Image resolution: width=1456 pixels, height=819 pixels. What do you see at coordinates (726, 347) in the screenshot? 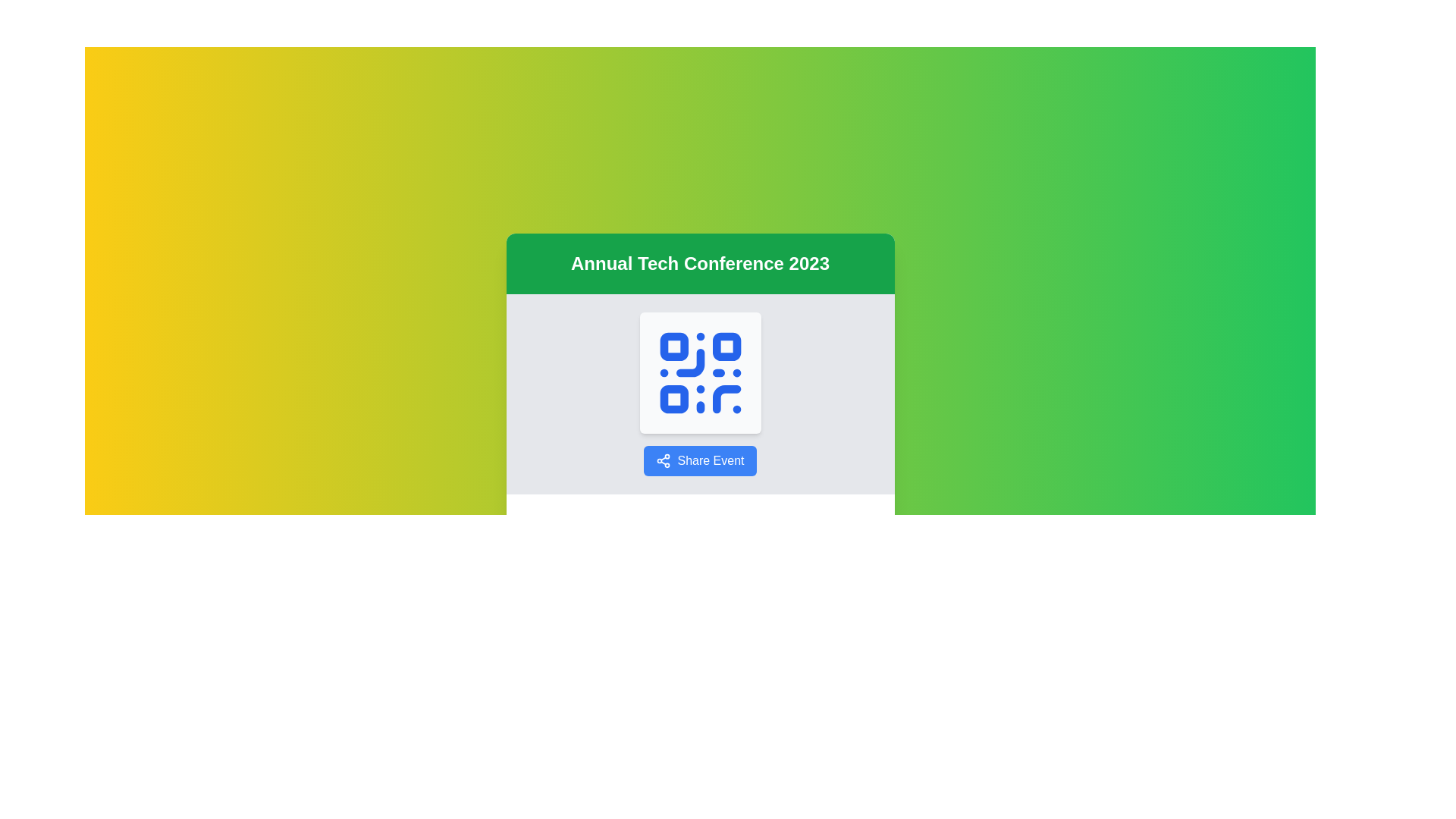
I see `the top-right square of the QR code segment, which is a rounded square filled with a white background and highlighted in blue` at bounding box center [726, 347].